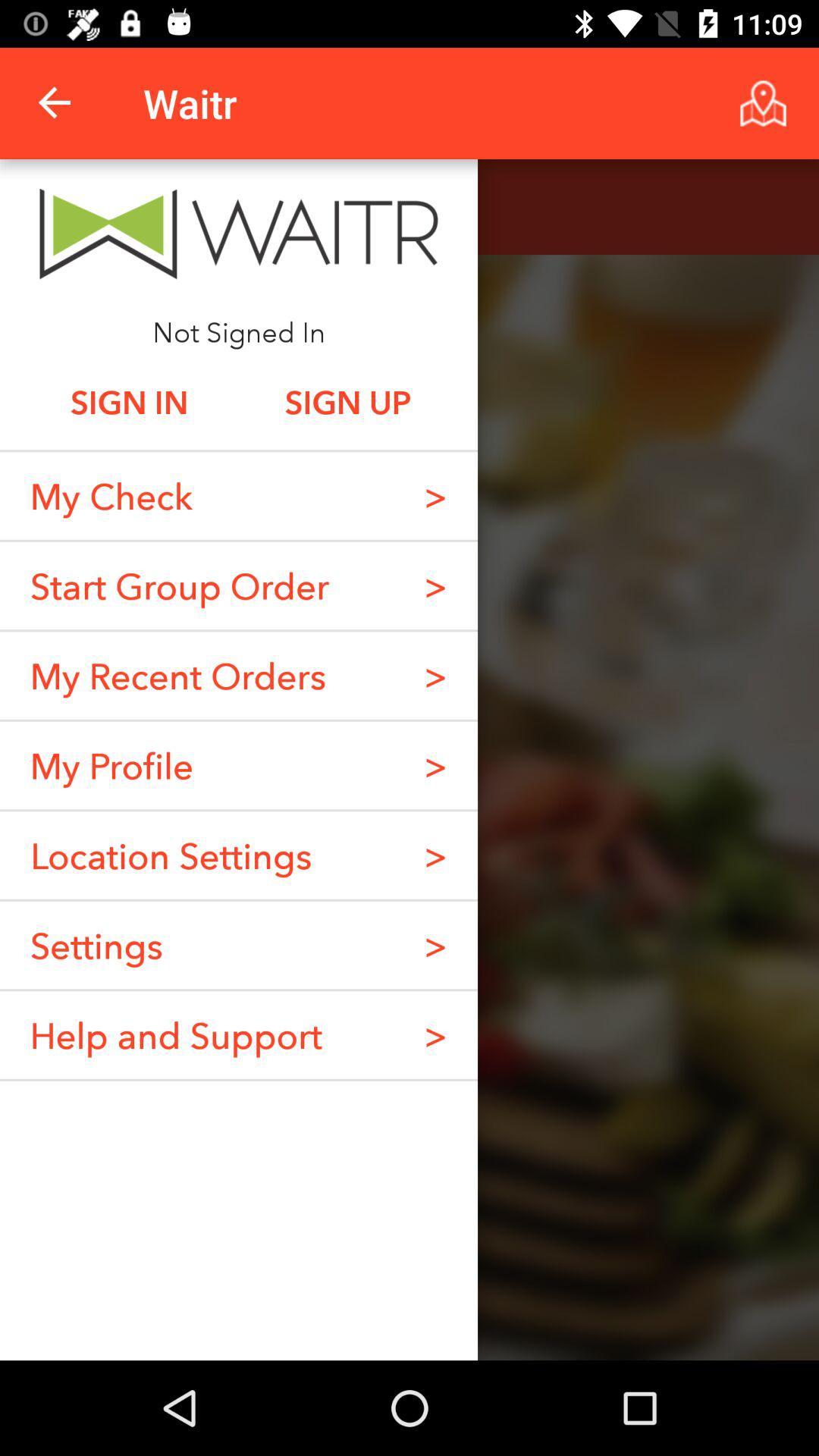  I want to click on item next to help and support item, so click(435, 1034).